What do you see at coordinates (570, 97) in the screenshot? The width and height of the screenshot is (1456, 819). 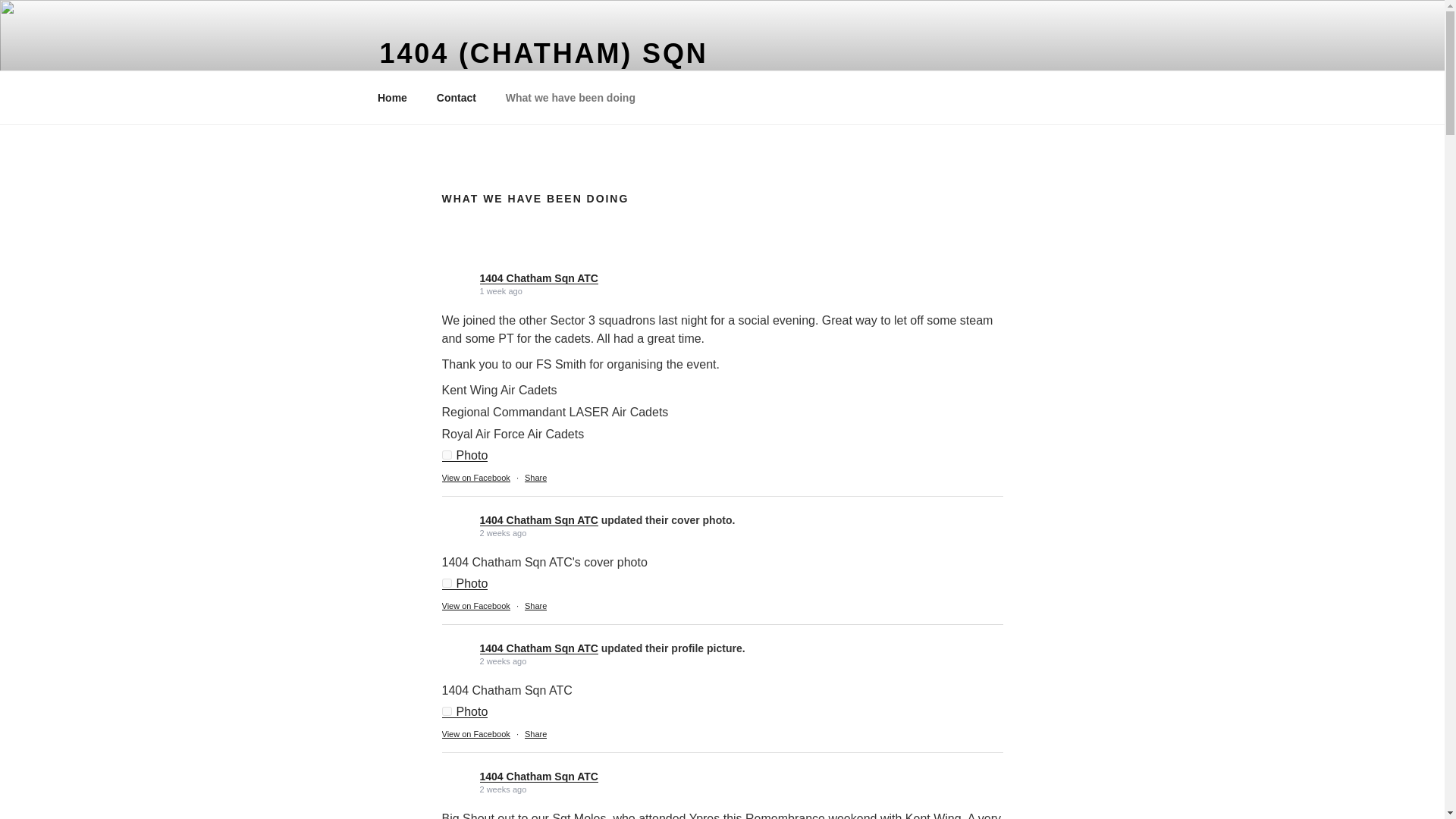 I see `'What we have been doing'` at bounding box center [570, 97].